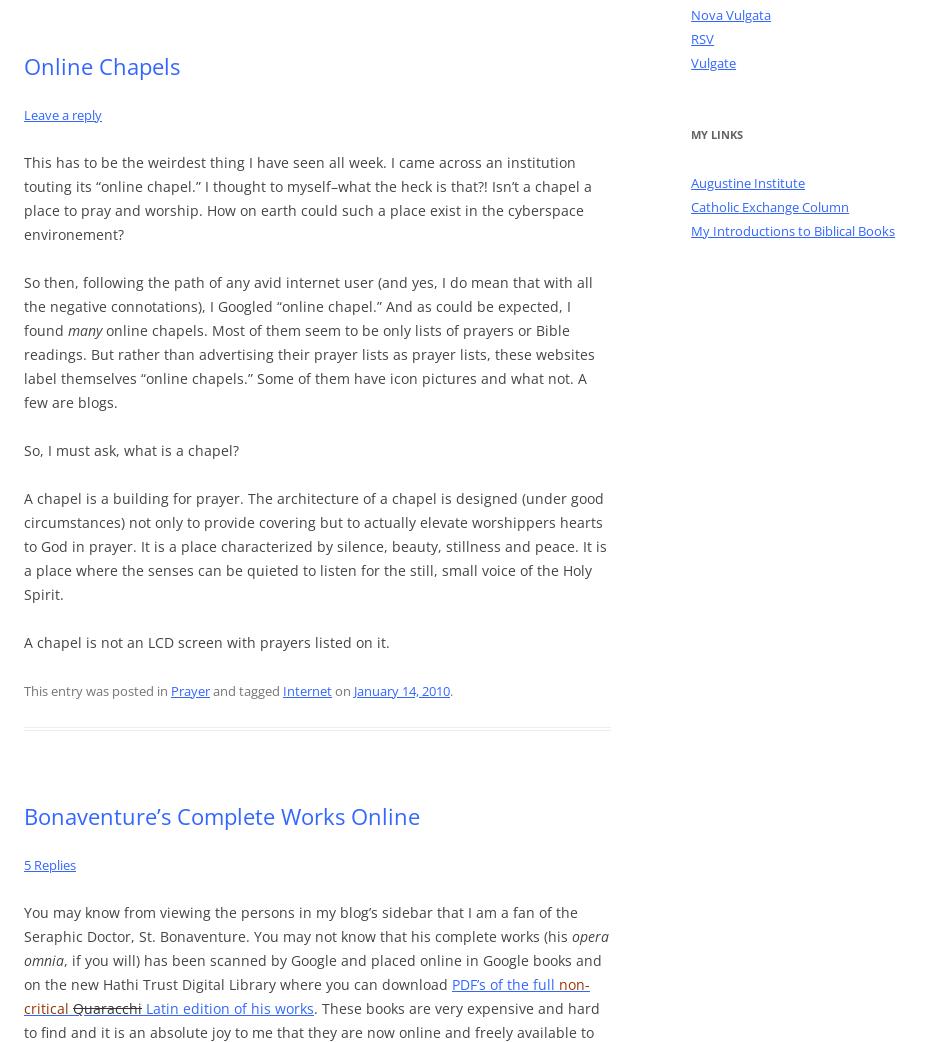 This screenshot has width=950, height=1042. I want to click on 'and tagged', so click(245, 690).